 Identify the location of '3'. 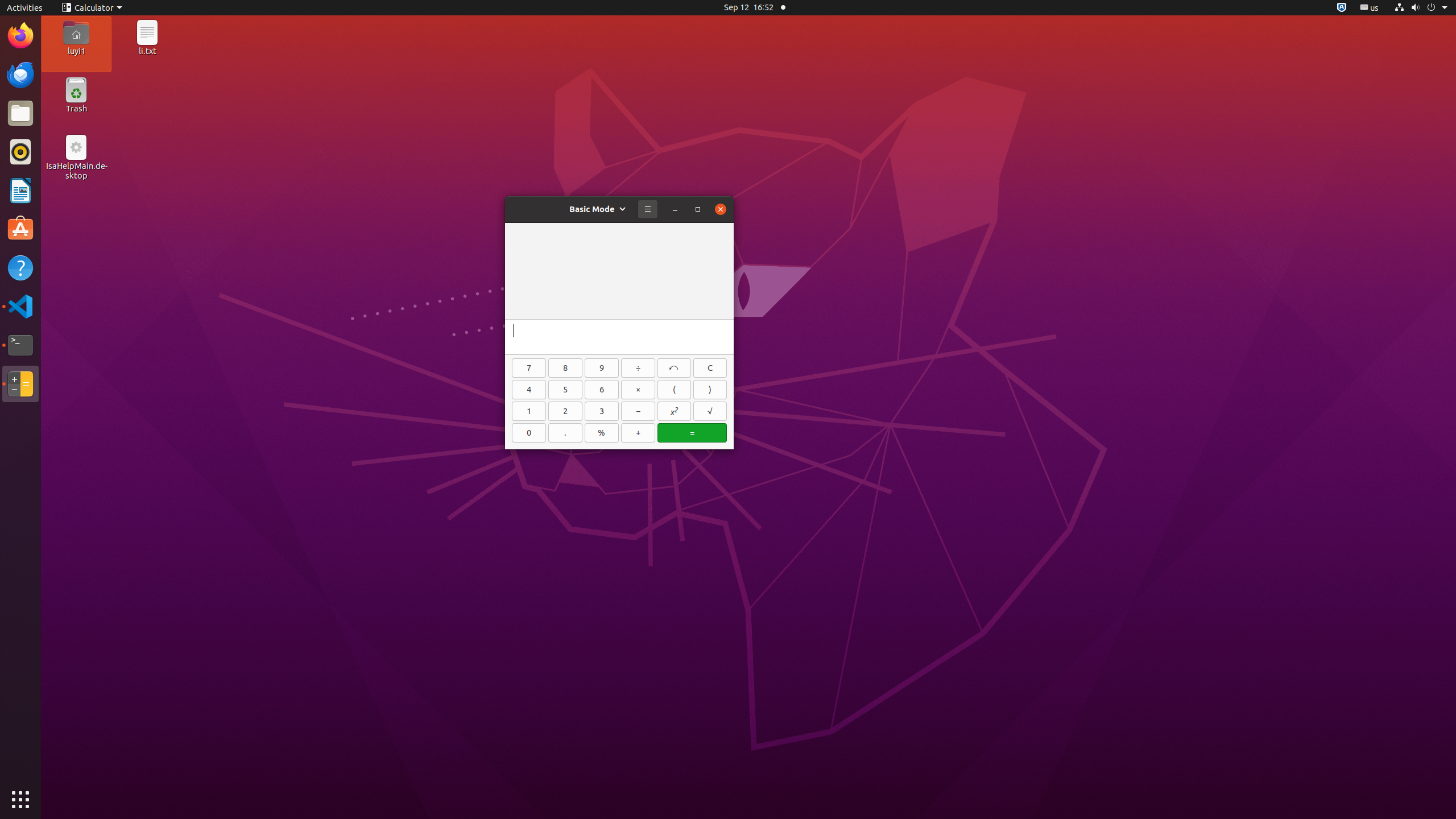
(601, 411).